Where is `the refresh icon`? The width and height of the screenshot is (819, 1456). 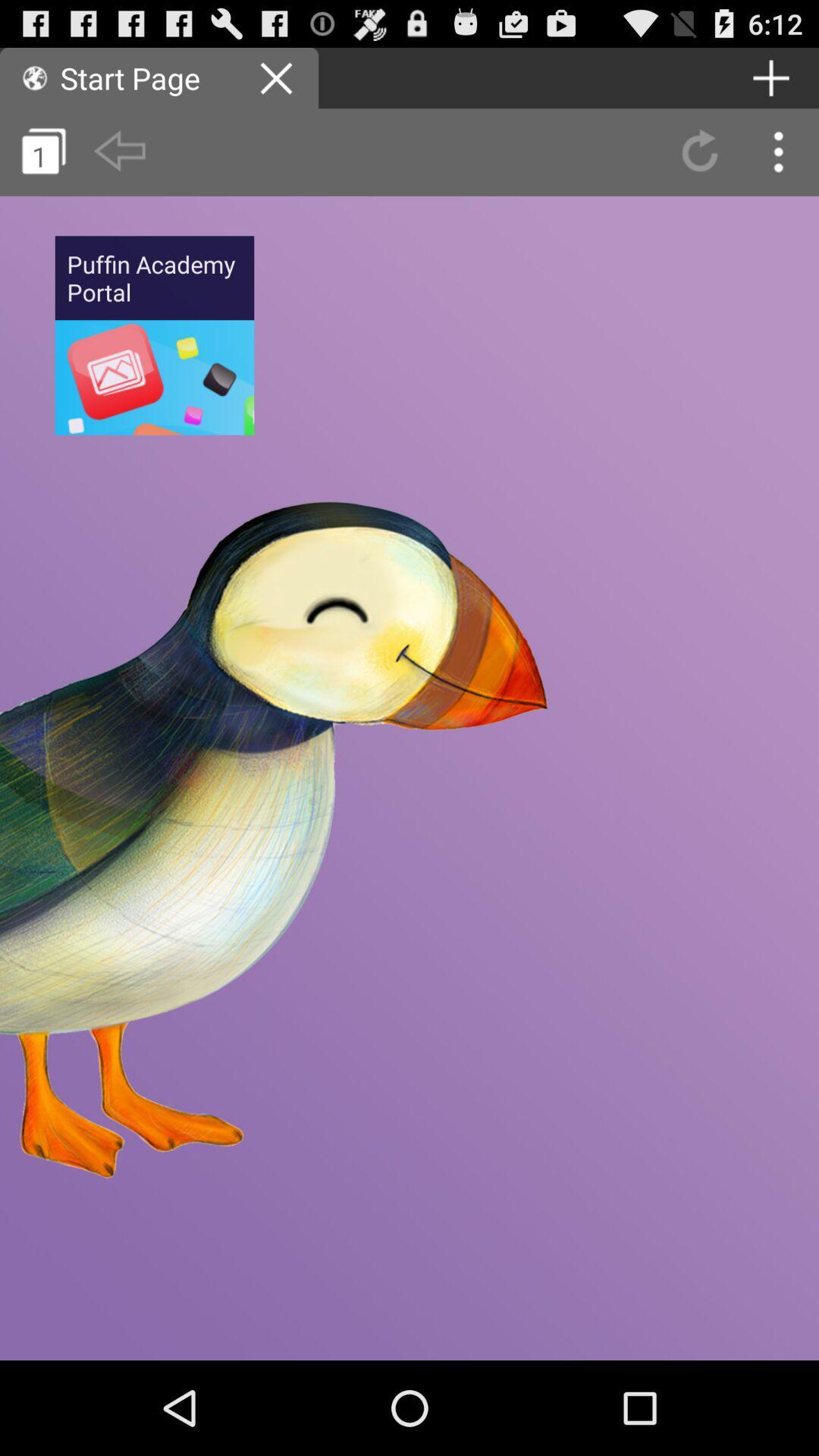
the refresh icon is located at coordinates (699, 163).